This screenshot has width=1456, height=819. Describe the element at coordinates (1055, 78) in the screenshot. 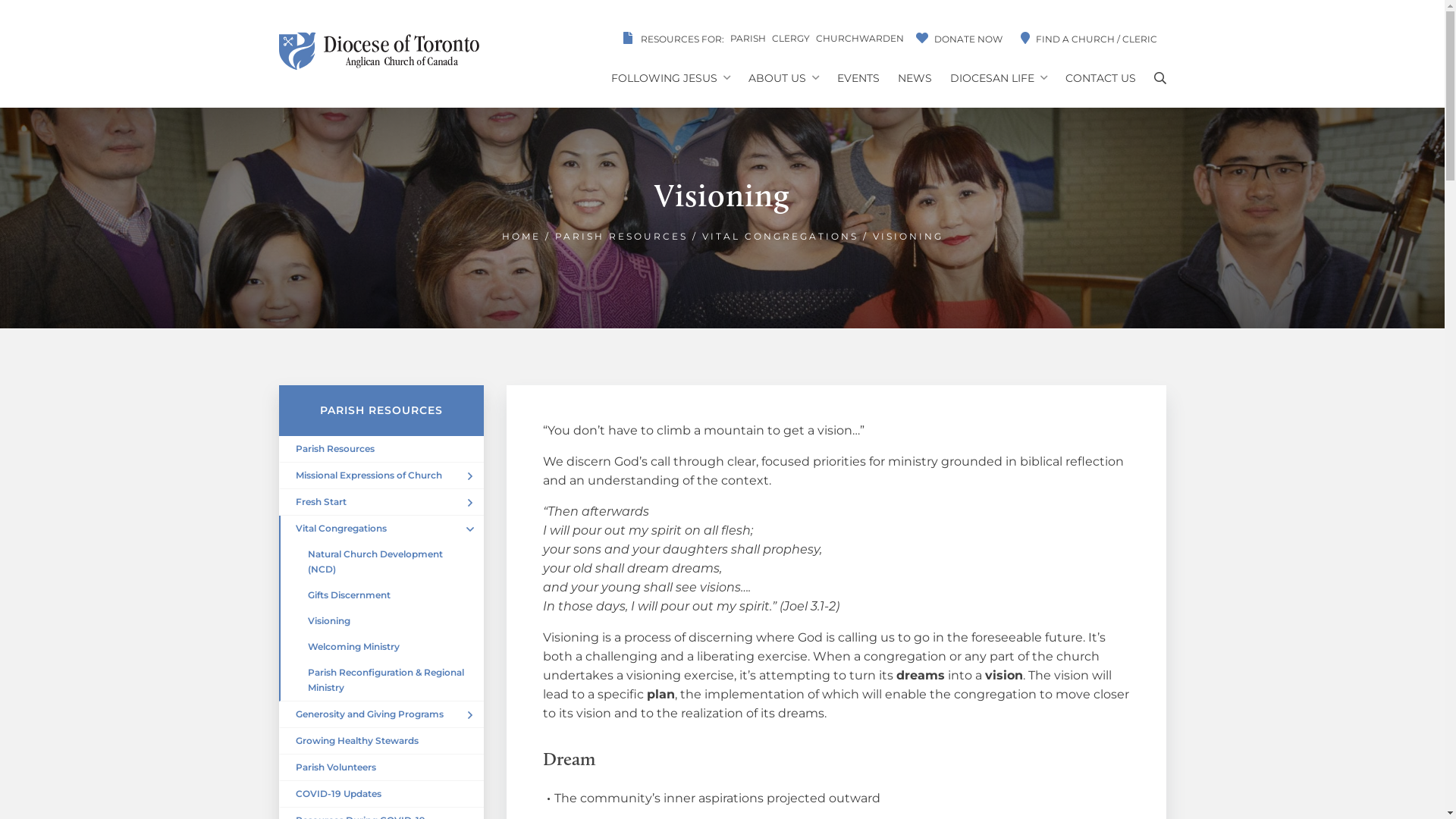

I see `'CONTACT US'` at that location.